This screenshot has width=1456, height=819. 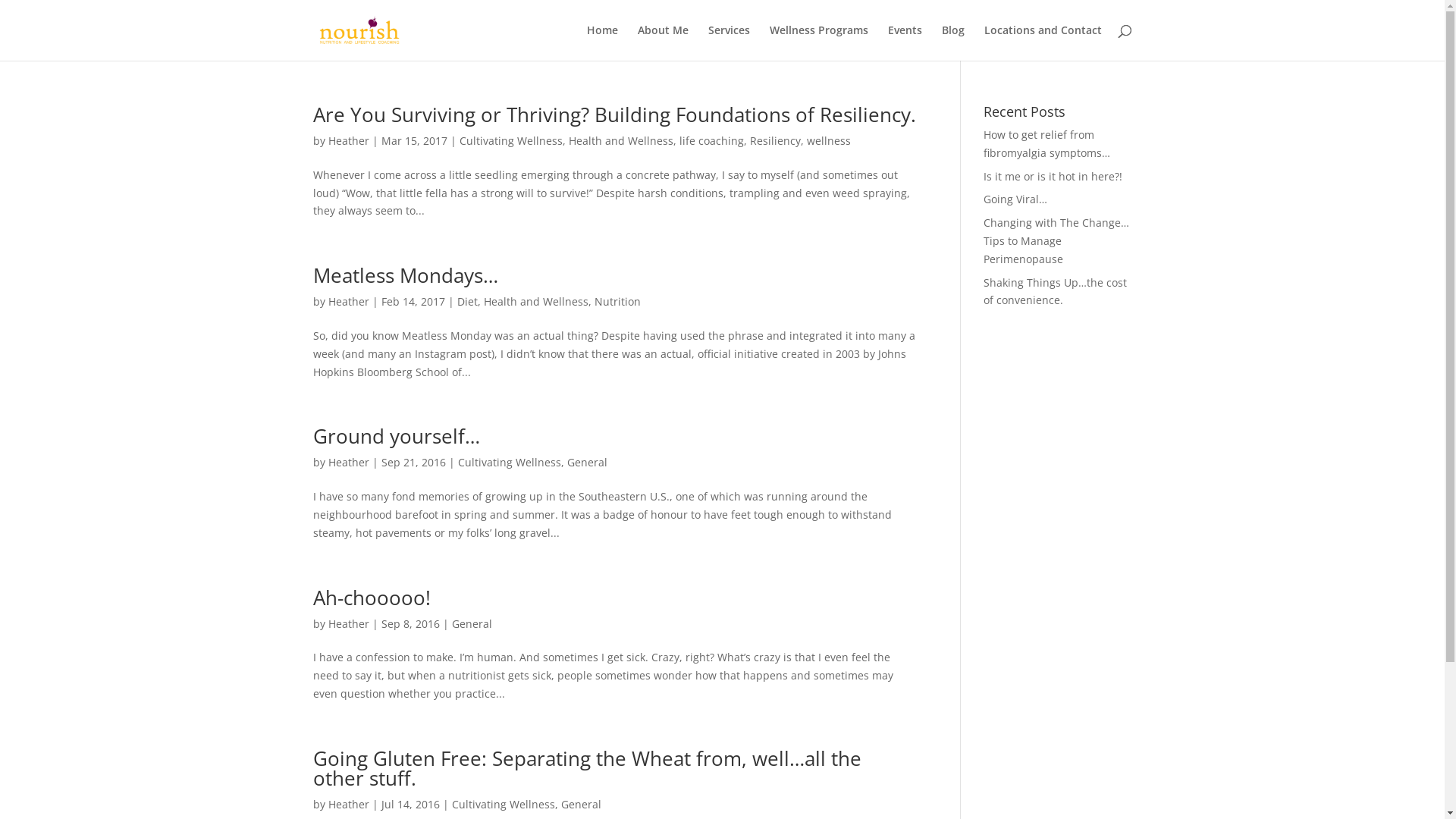 I want to click on 'General', so click(x=580, y=803).